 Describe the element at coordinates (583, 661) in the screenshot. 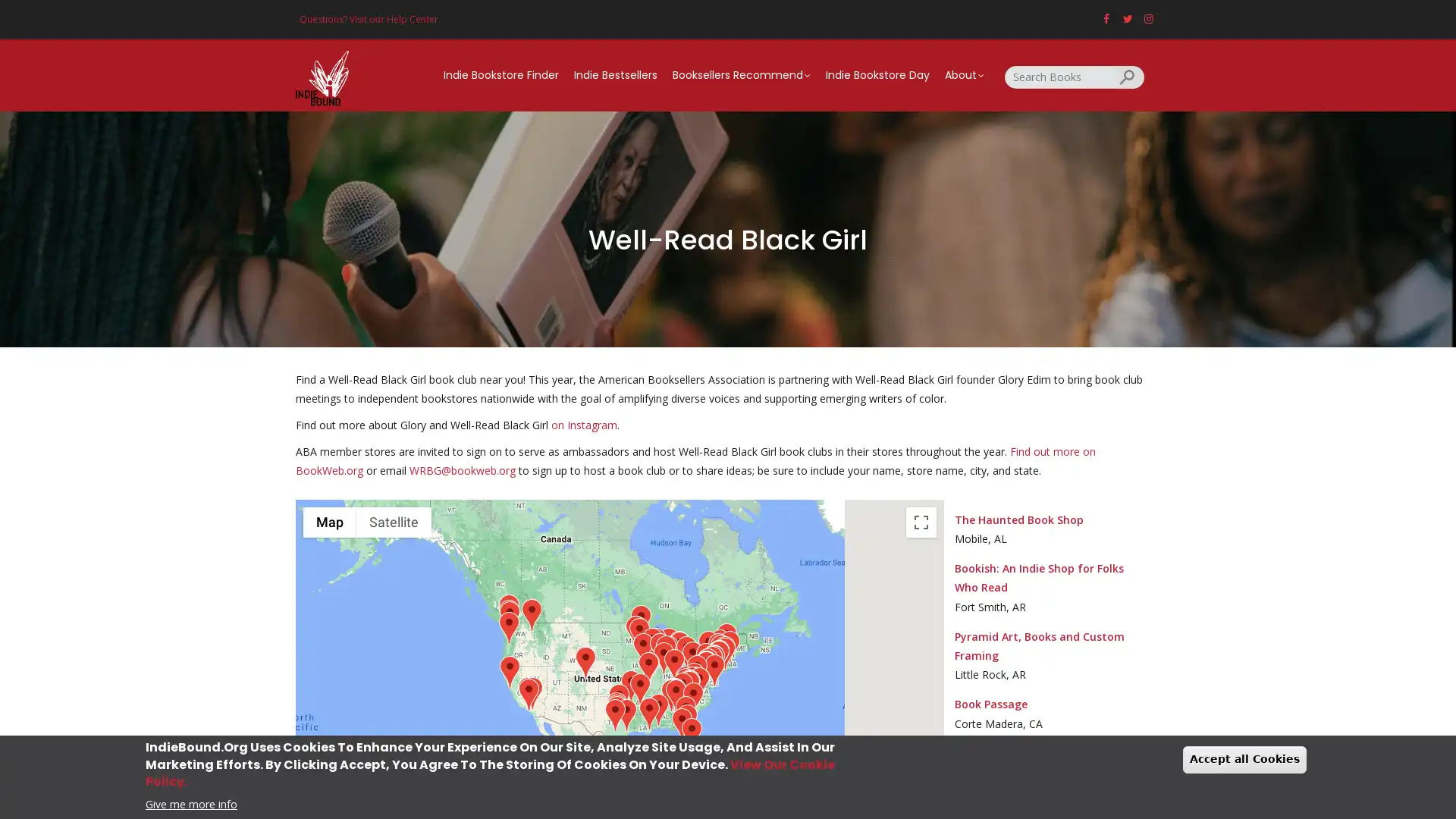

I see `32nd Avenue Books, Toys & Gifts` at that location.